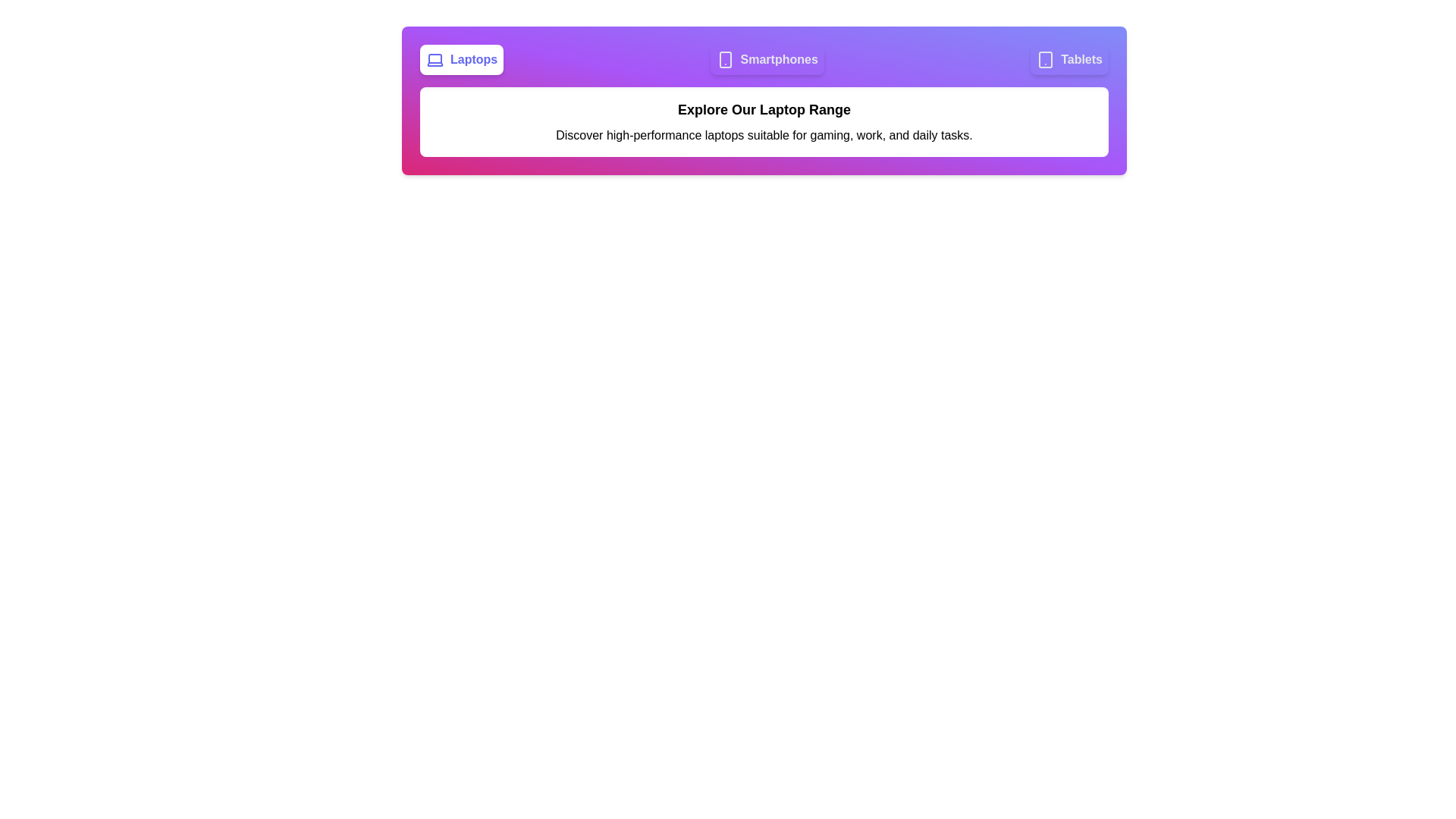 The image size is (1456, 819). I want to click on the tab labeled 'Tablets' to observe its hover effect, so click(1069, 58).